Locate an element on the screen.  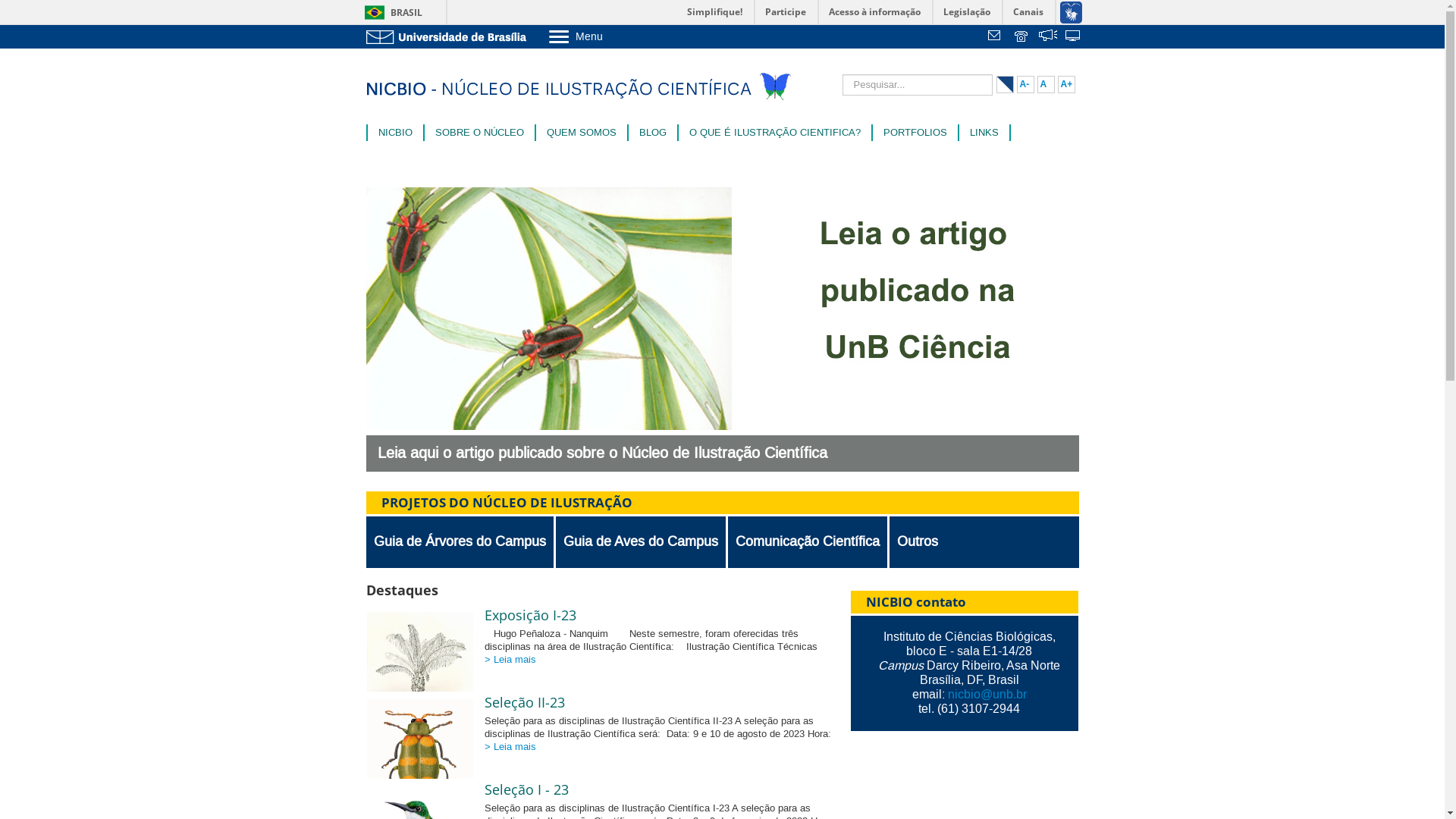
'Webmail' is located at coordinates (996, 36).